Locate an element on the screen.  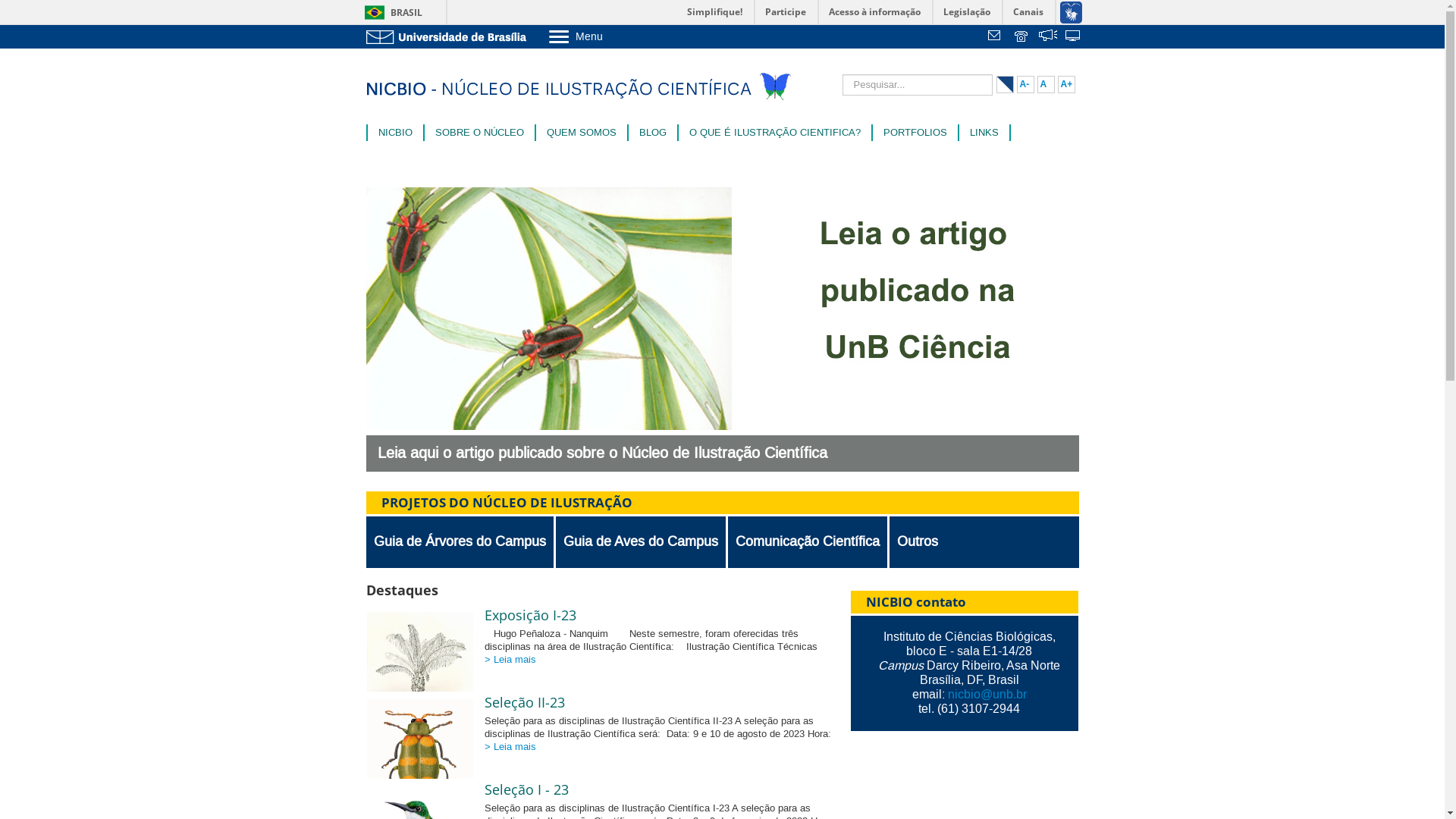
'Webmail' is located at coordinates (996, 36).